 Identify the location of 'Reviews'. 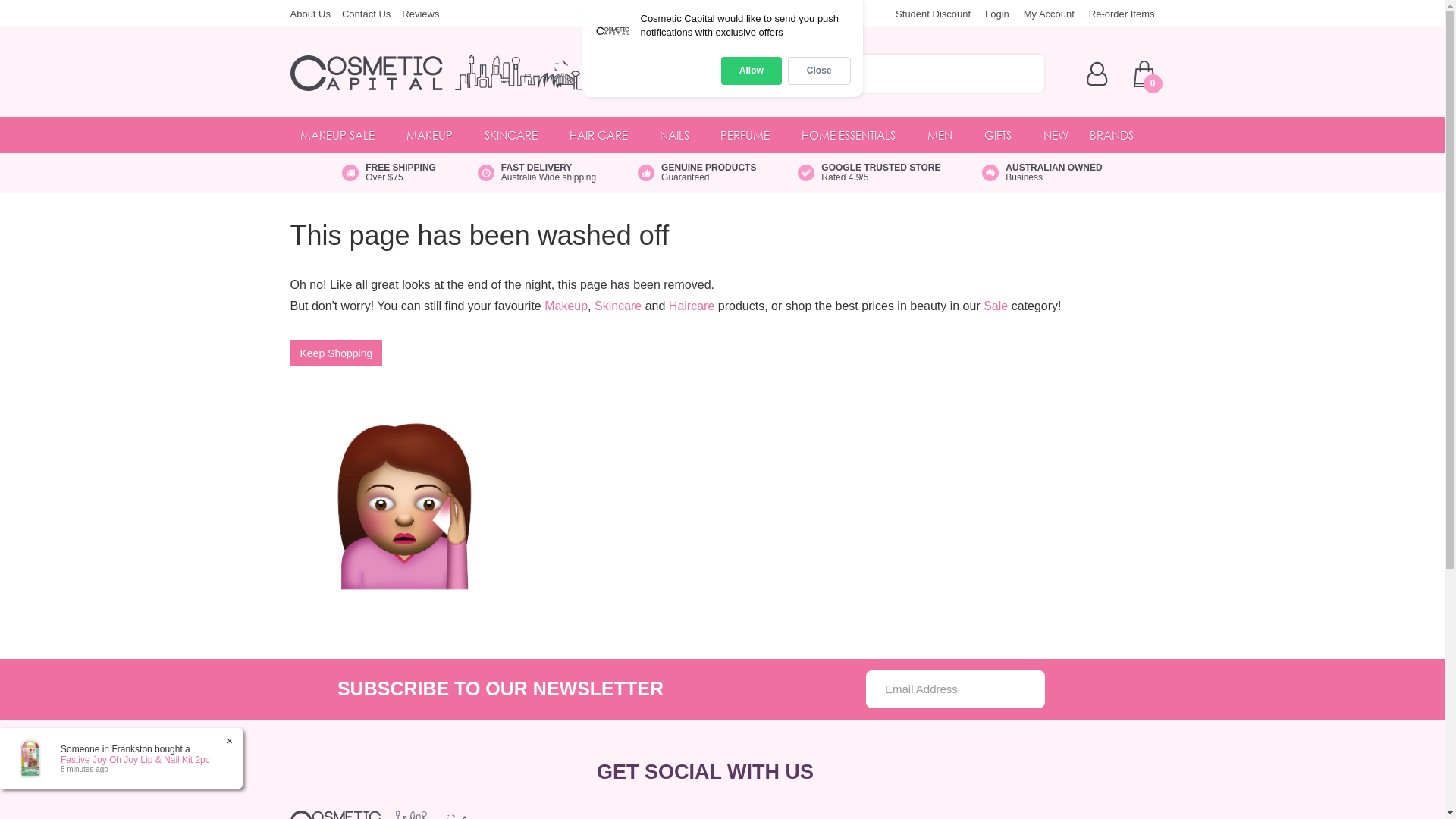
(420, 14).